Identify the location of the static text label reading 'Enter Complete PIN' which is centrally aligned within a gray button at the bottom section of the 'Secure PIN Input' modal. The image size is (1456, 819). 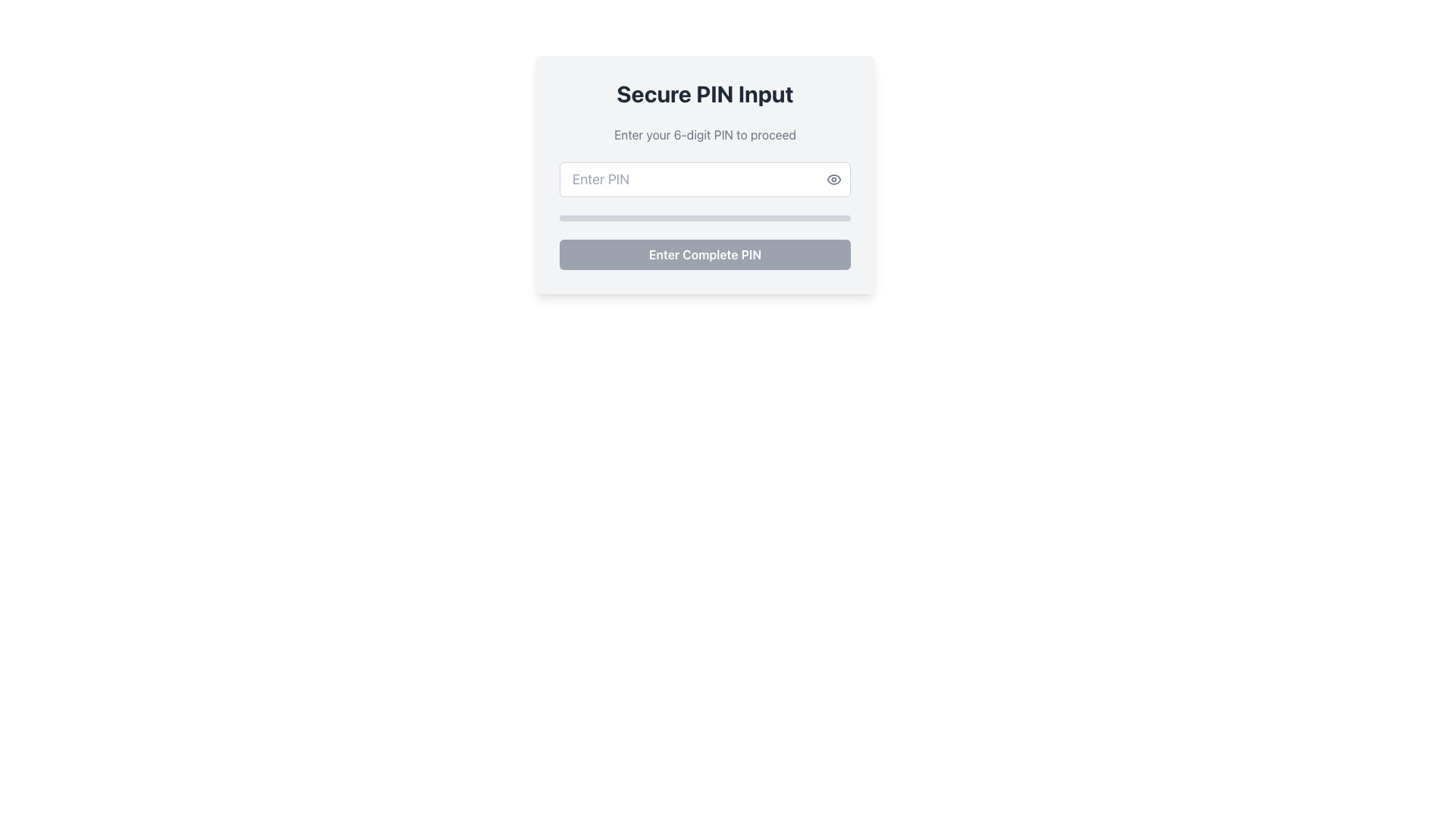
(704, 253).